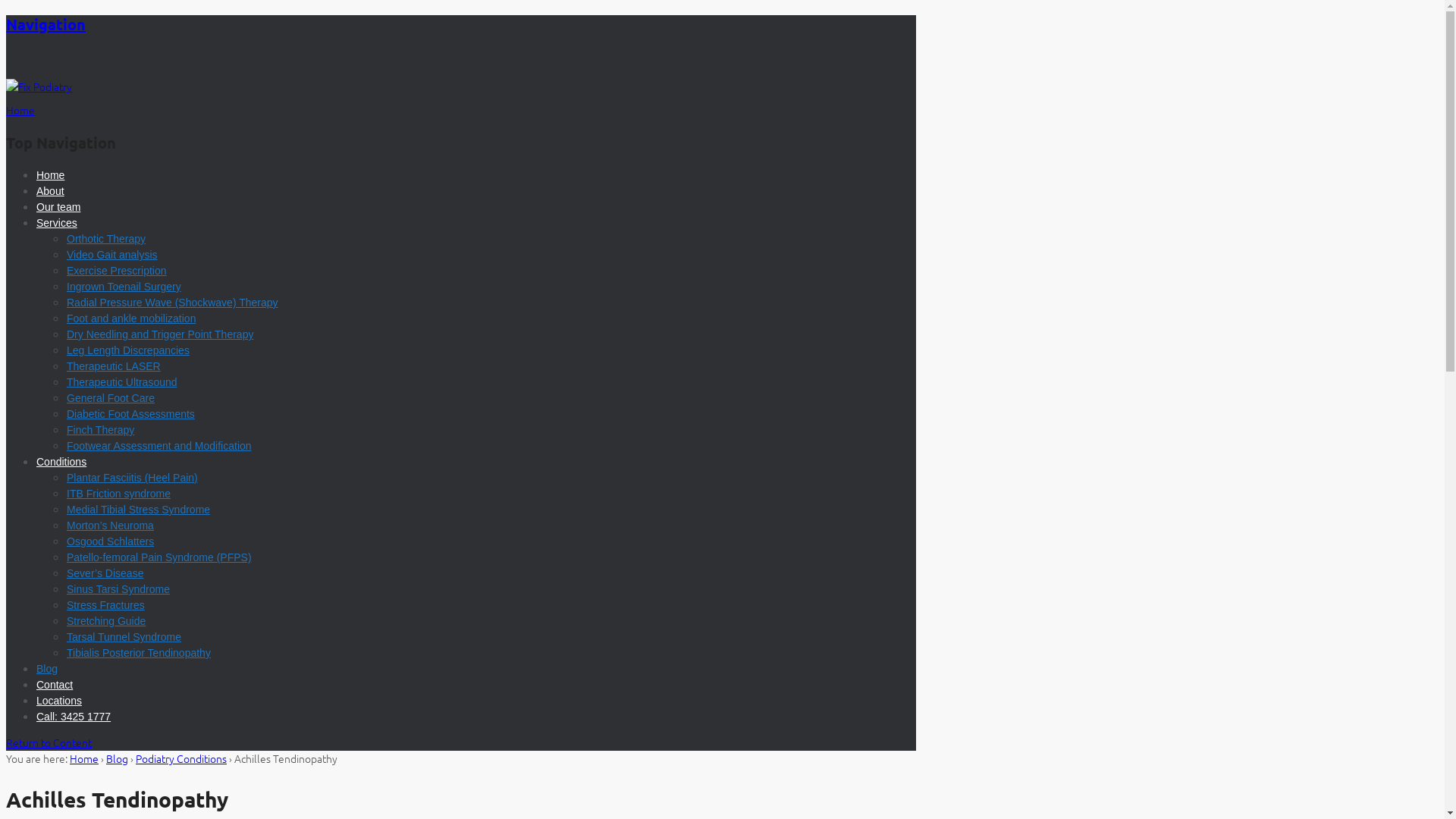 This screenshot has width=1456, height=819. I want to click on 'Ingrown Toenail Surgery', so click(65, 287).